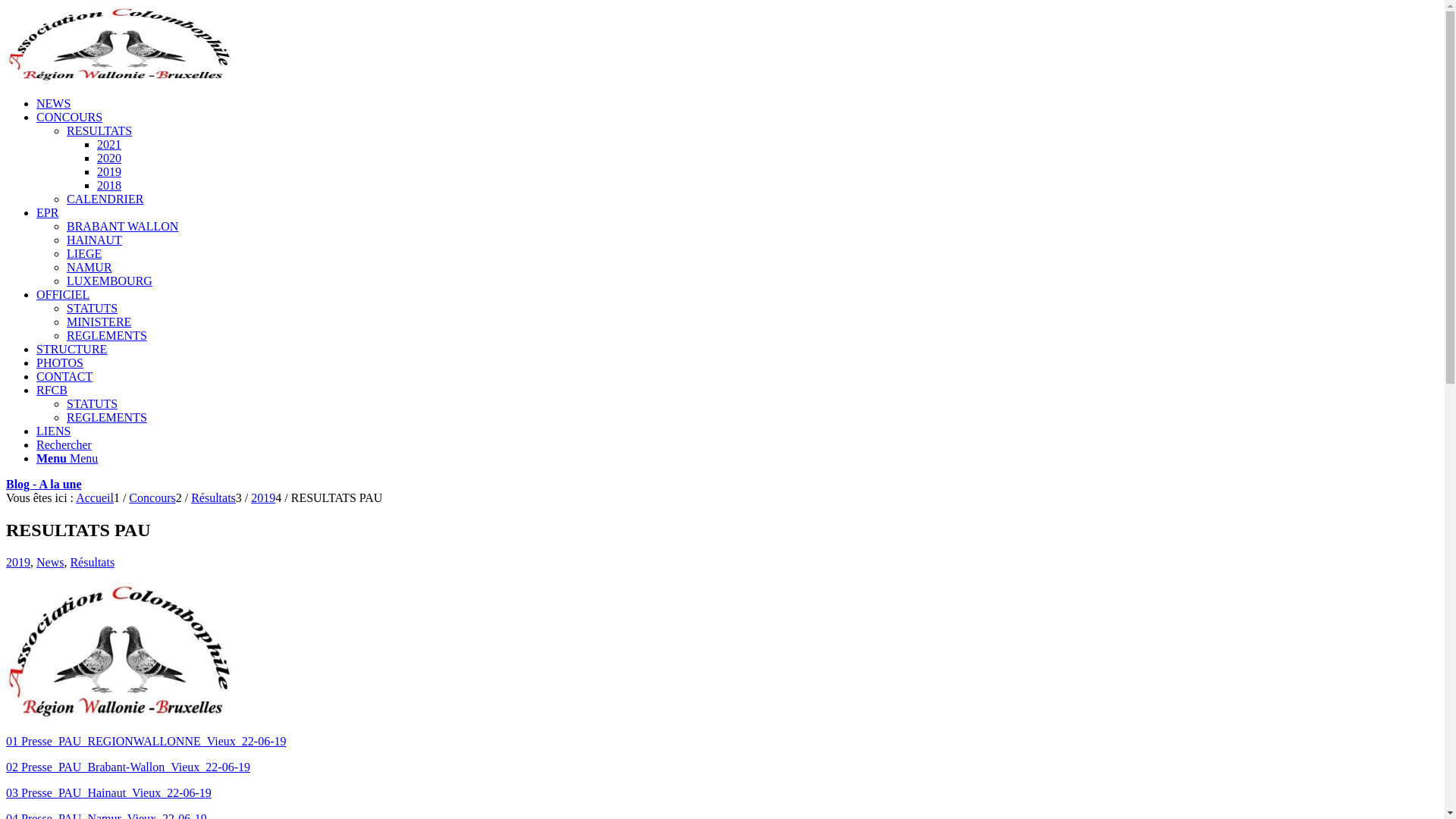 This screenshot has width=1456, height=819. I want to click on 'STRUCTURE', so click(71, 349).